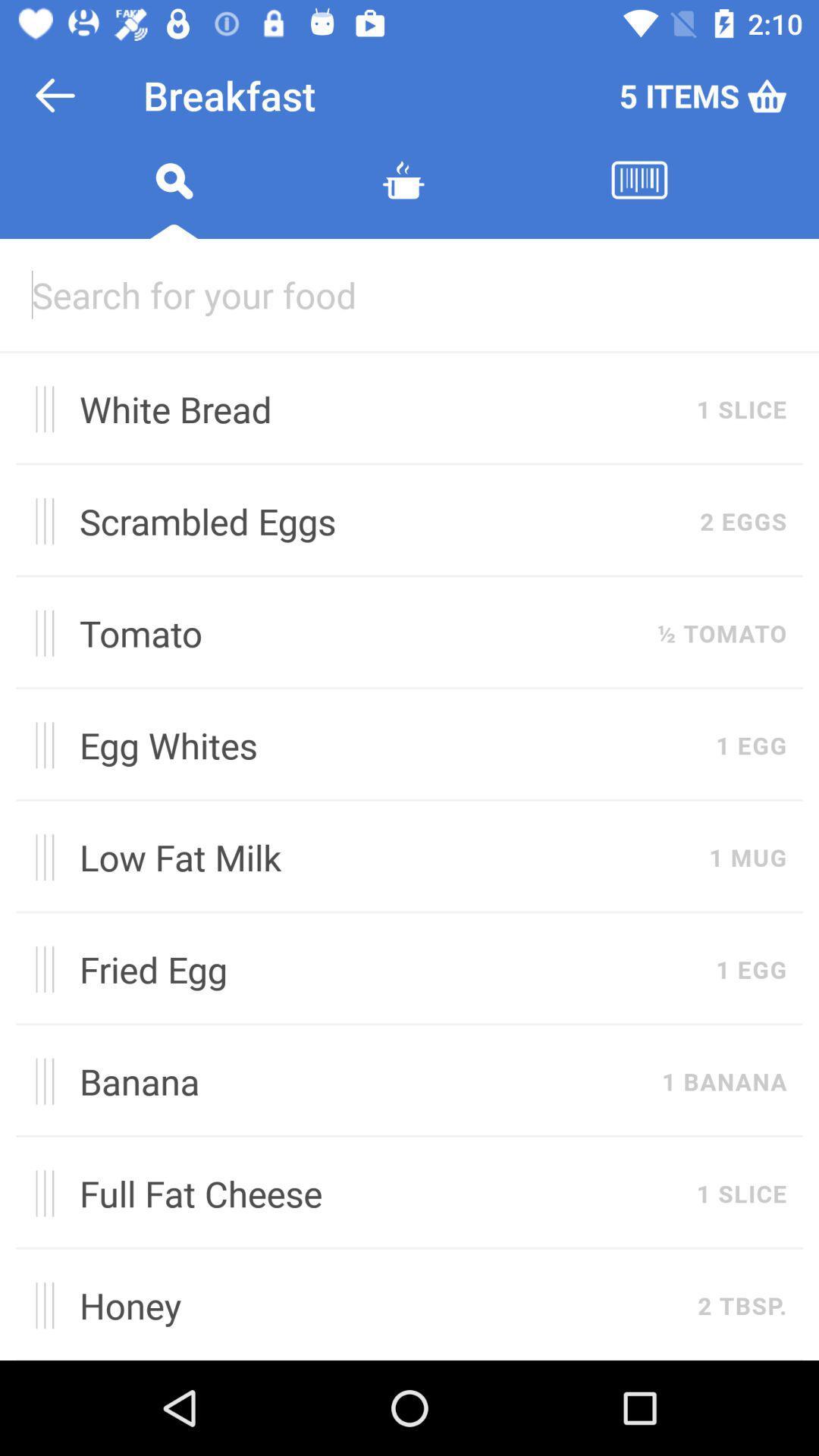 This screenshot has width=819, height=1456. Describe the element at coordinates (385, 857) in the screenshot. I see `low fat milk item` at that location.